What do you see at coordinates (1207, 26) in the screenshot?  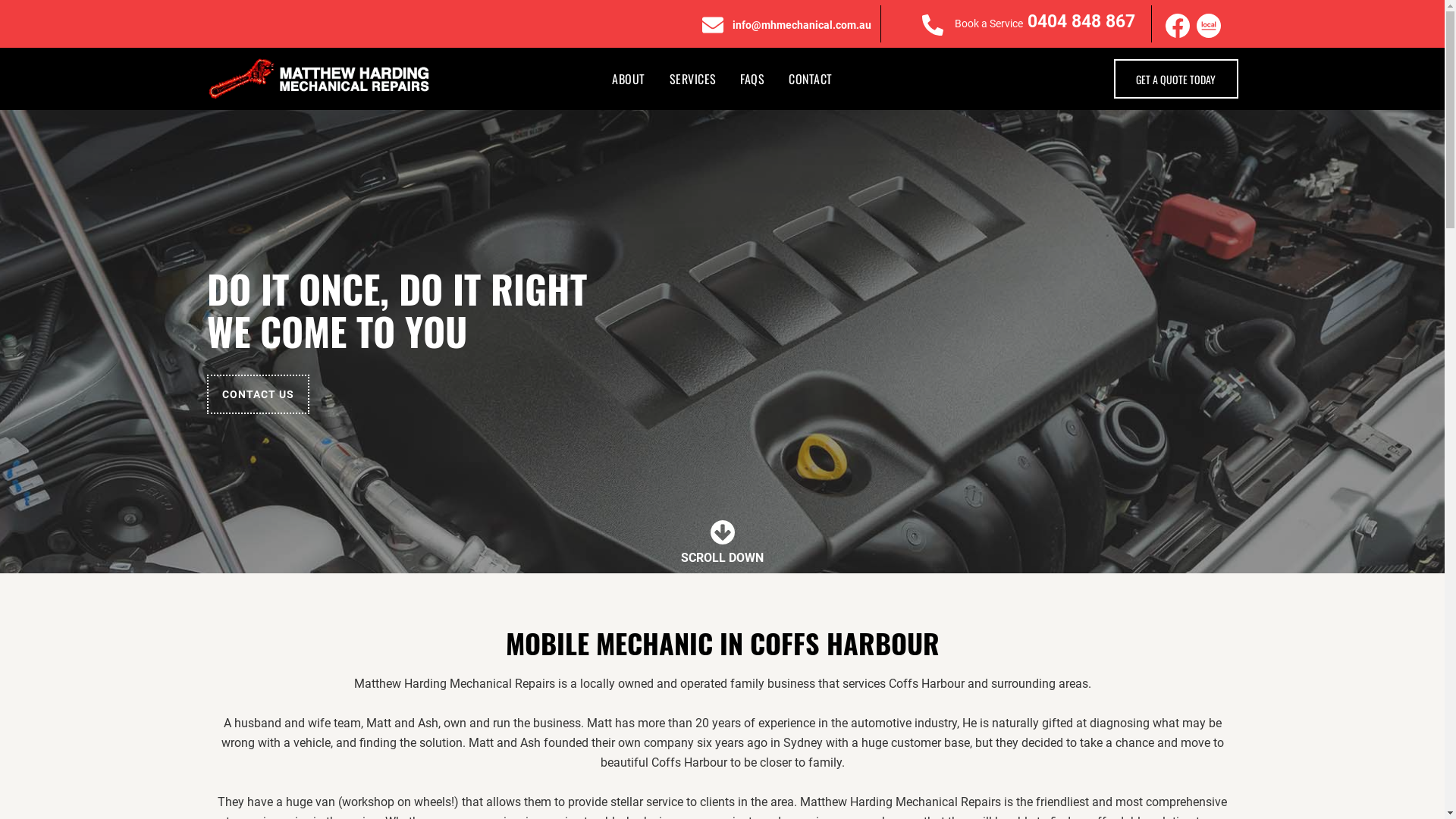 I see `'www.localsearch.com.au'` at bounding box center [1207, 26].